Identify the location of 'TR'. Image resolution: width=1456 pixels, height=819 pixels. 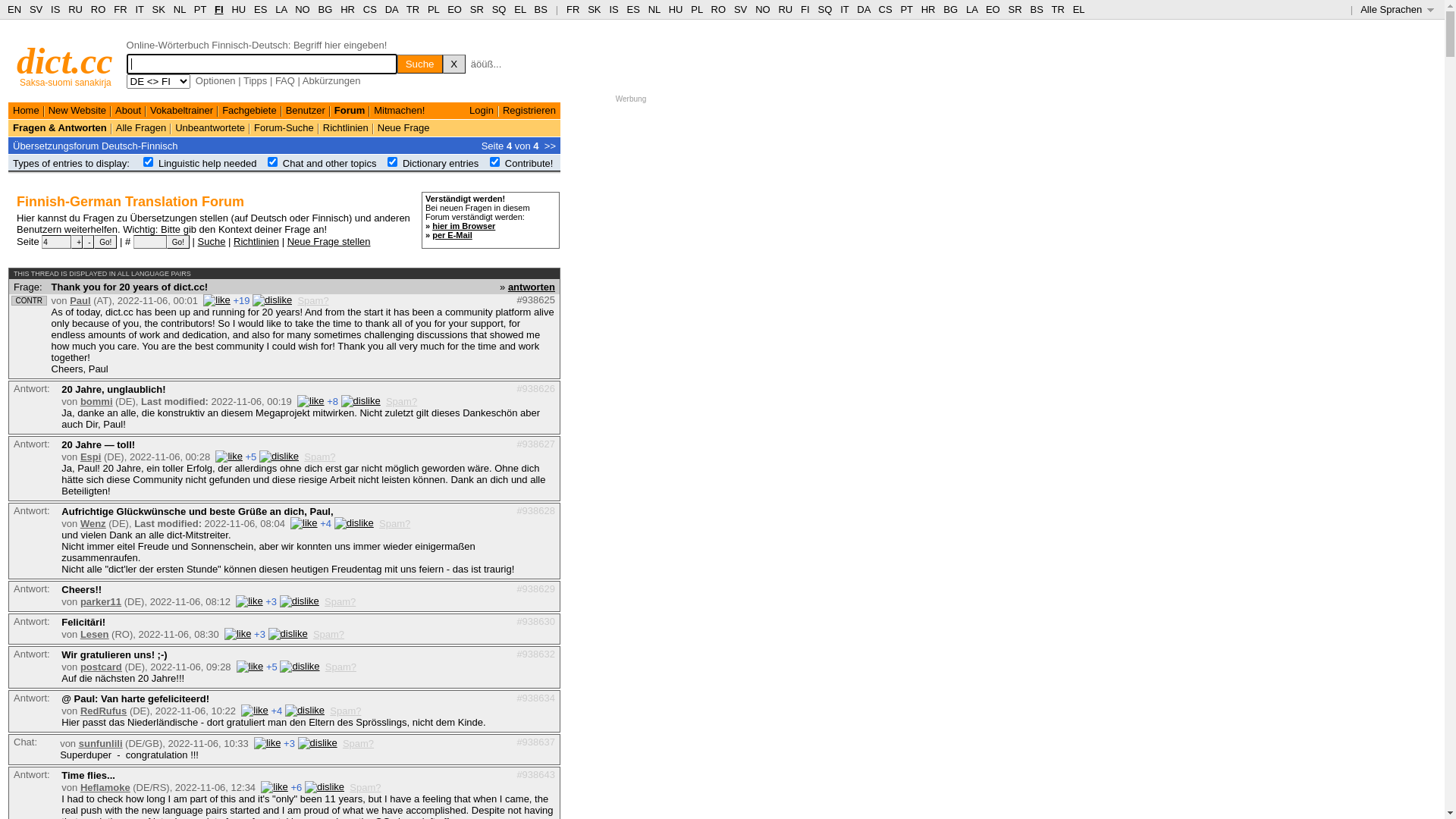
(413, 9).